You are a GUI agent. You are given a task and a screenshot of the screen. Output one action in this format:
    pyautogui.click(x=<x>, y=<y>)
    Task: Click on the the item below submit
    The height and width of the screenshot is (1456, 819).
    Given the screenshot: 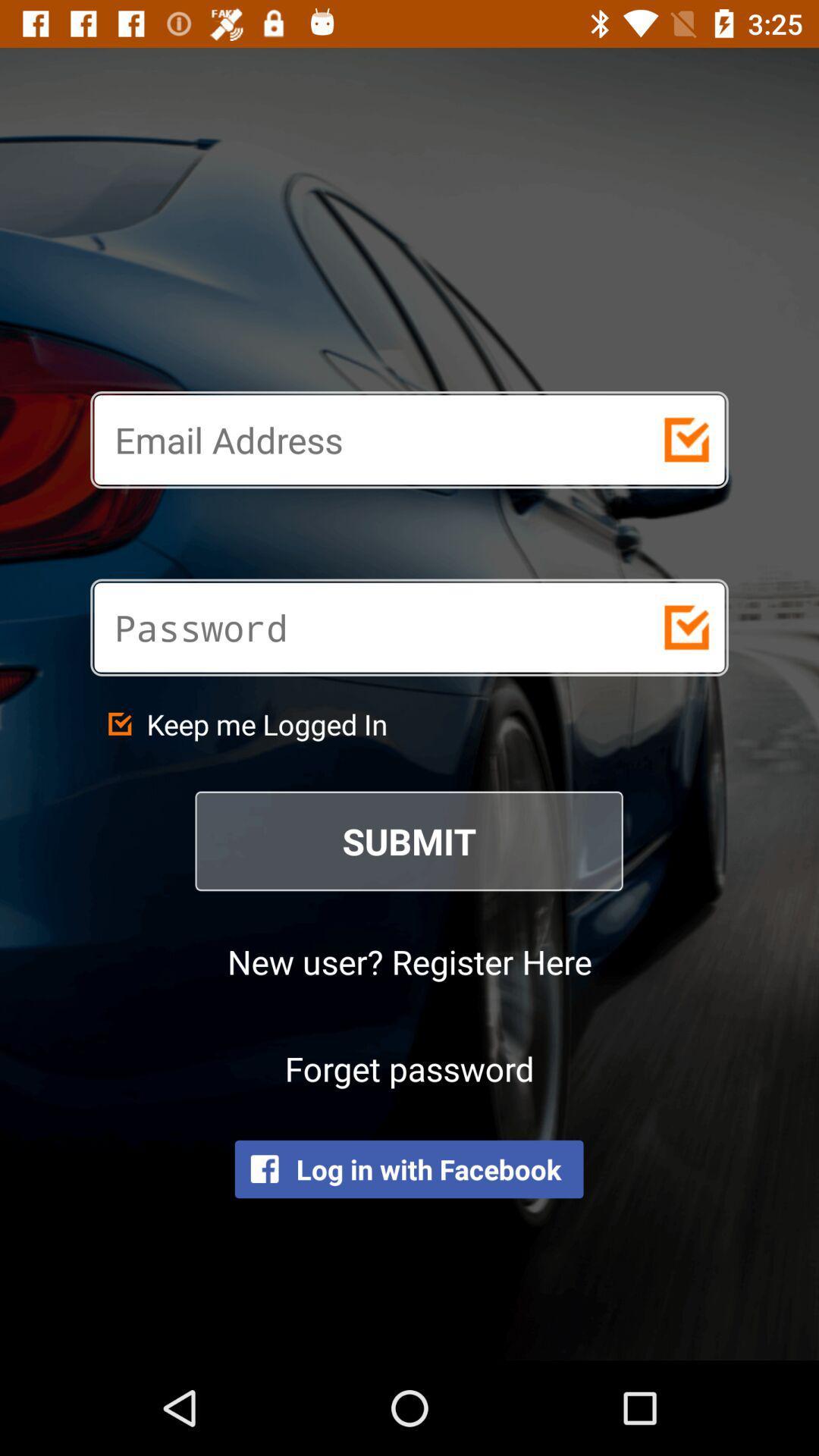 What is the action you would take?
    pyautogui.click(x=409, y=960)
    